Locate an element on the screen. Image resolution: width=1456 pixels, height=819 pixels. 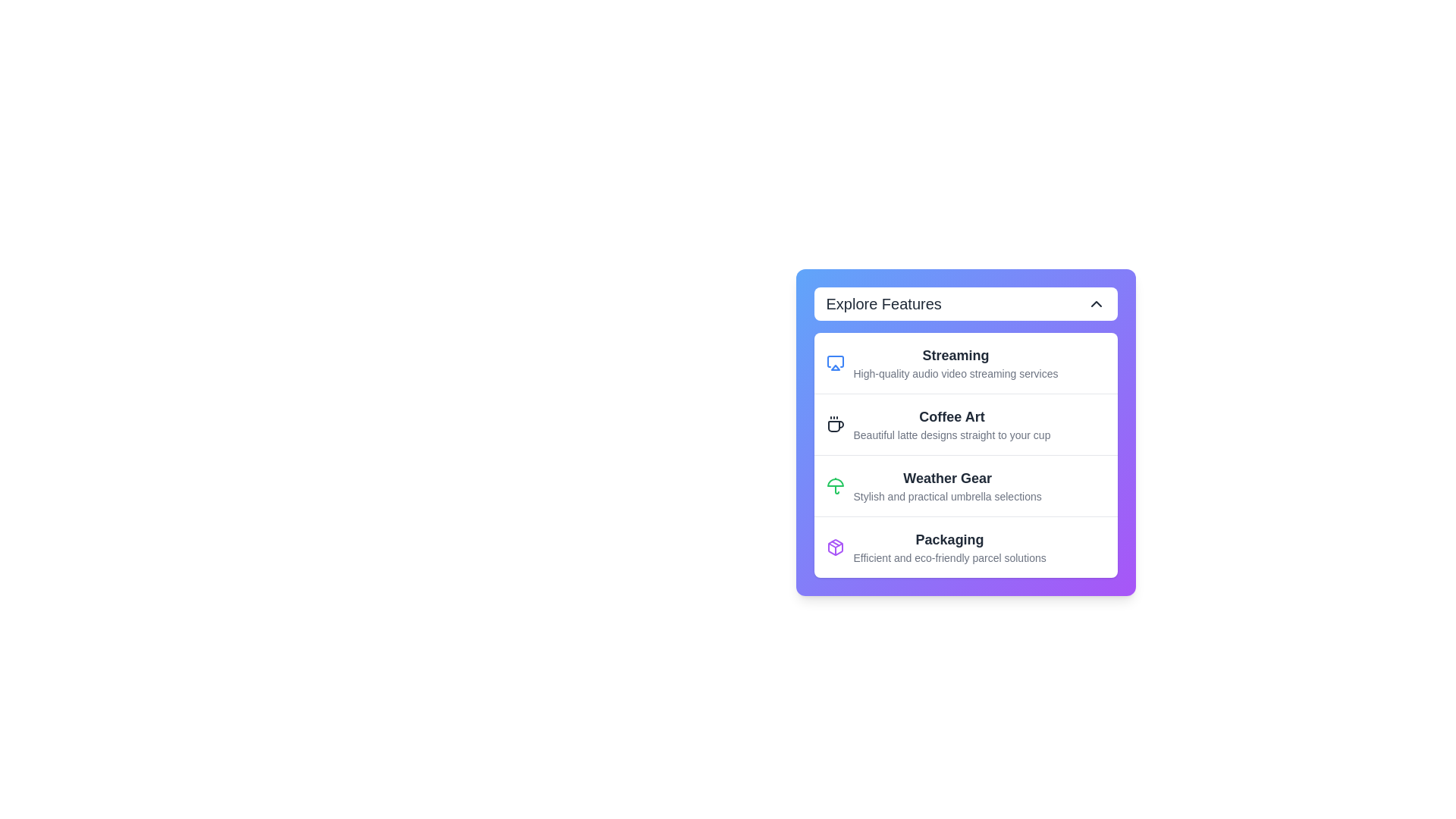
the informational label 'Coffee Art' which is the second item in the vertical list of options within the 'Explore Features' card layout is located at coordinates (951, 424).